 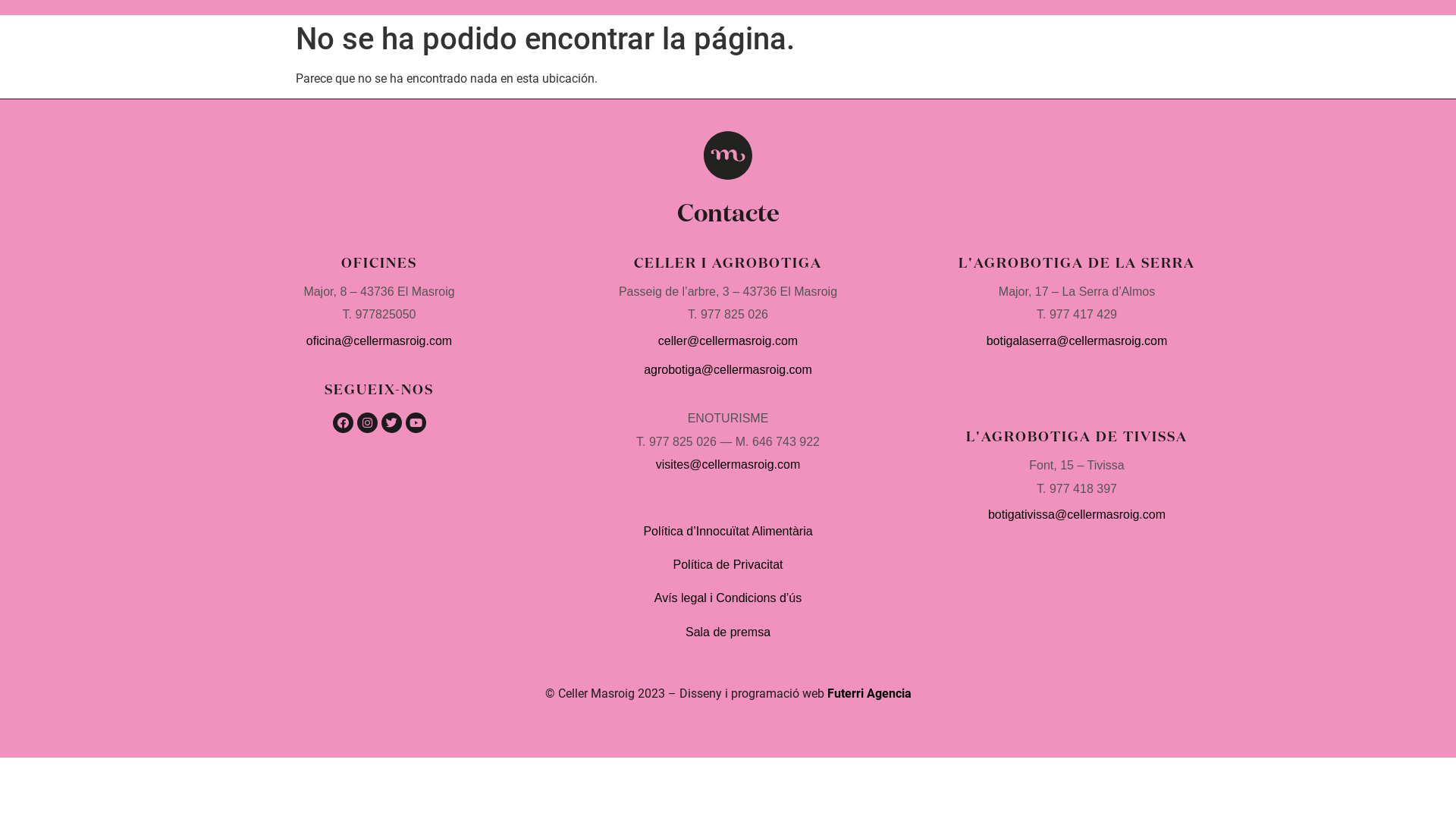 What do you see at coordinates (728, 463) in the screenshot?
I see `'visites@cellermasroig.com'` at bounding box center [728, 463].